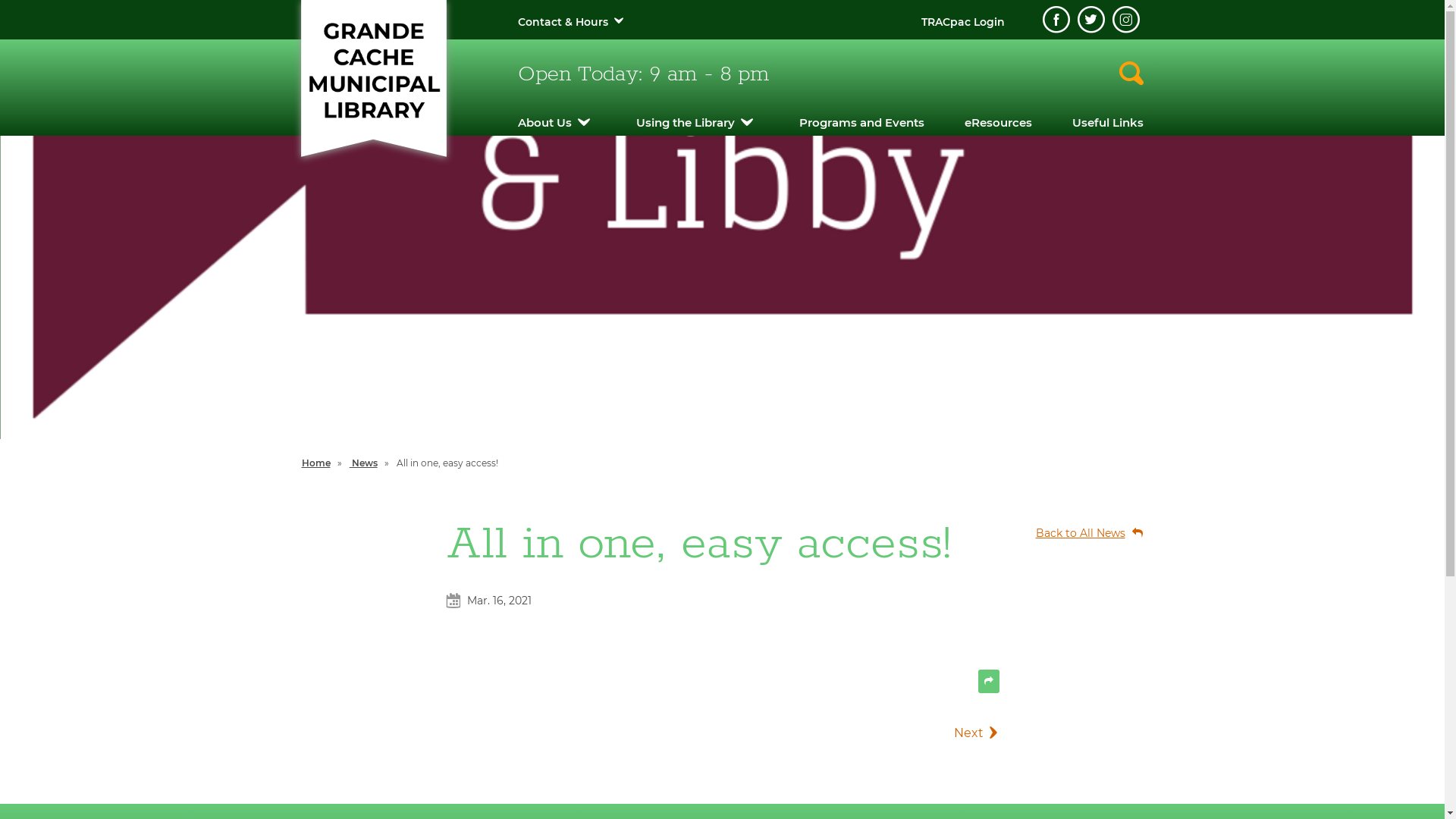 The image size is (1456, 819). Describe the element at coordinates (516, 22) in the screenshot. I see `'Contact & Hours'` at that location.